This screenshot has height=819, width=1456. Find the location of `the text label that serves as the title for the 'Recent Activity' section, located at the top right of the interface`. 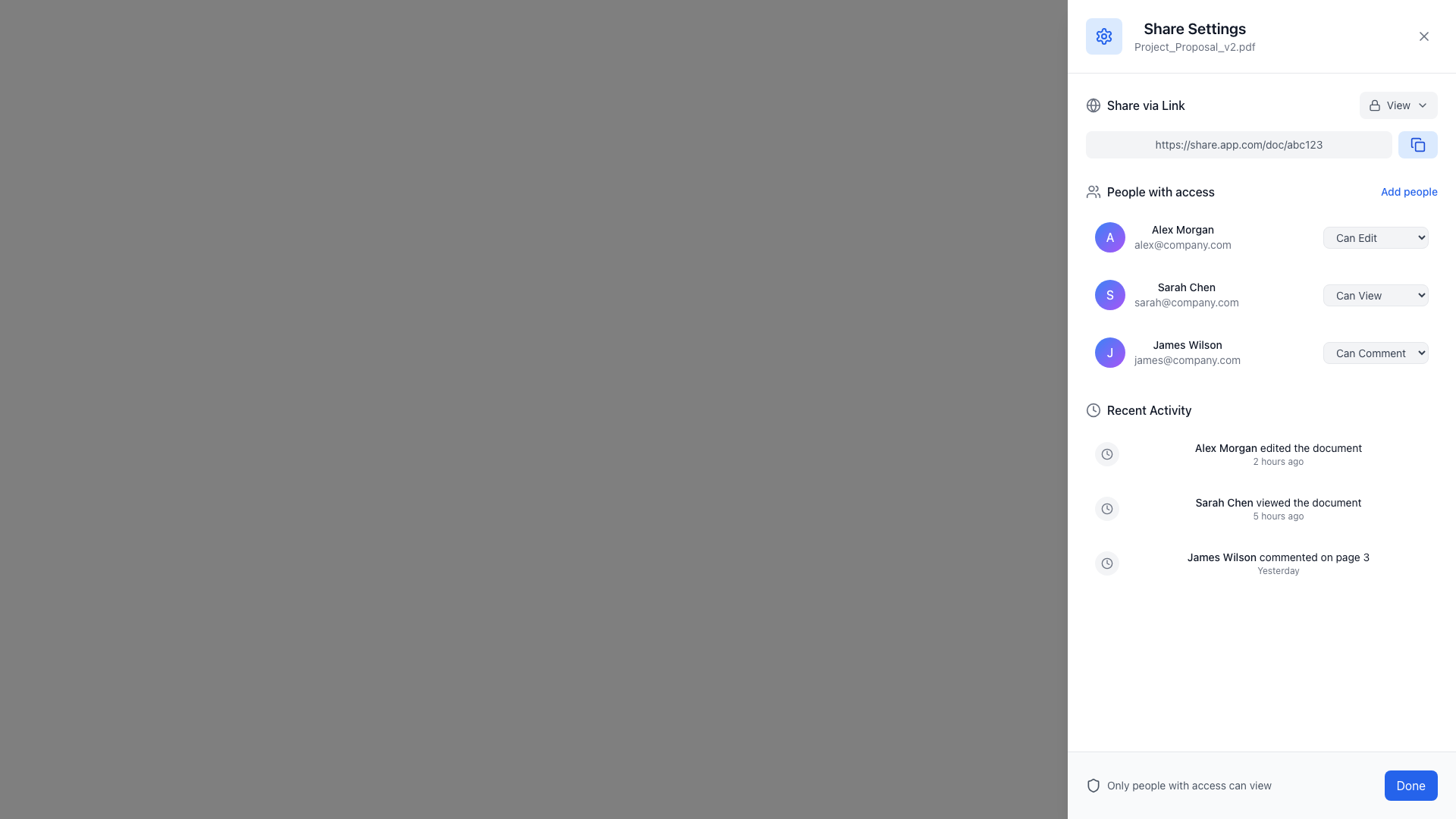

the text label that serves as the title for the 'Recent Activity' section, located at the top right of the interface is located at coordinates (1149, 409).